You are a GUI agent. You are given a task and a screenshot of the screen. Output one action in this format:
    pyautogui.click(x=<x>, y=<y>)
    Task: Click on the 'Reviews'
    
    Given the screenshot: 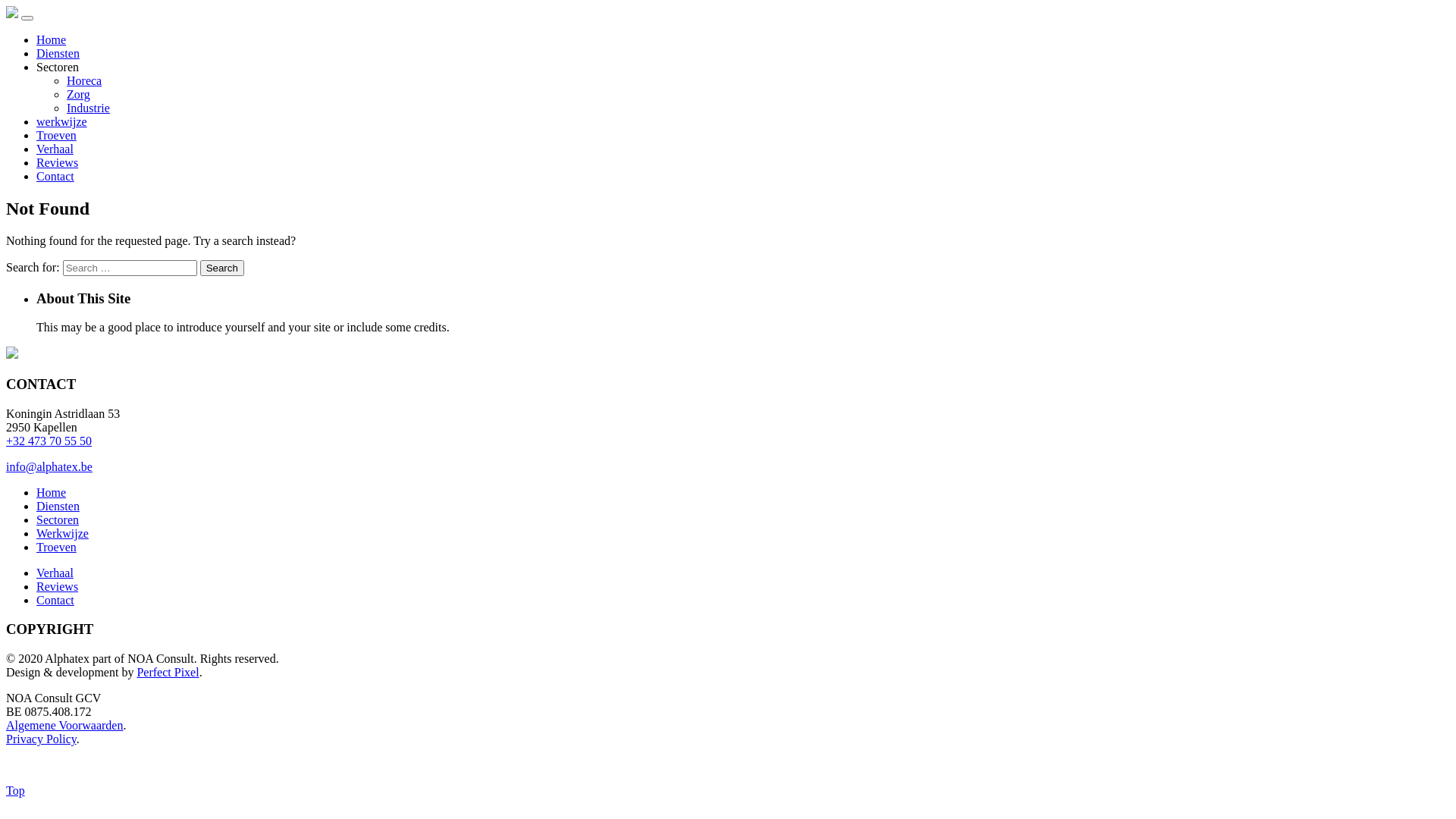 What is the action you would take?
    pyautogui.click(x=57, y=585)
    